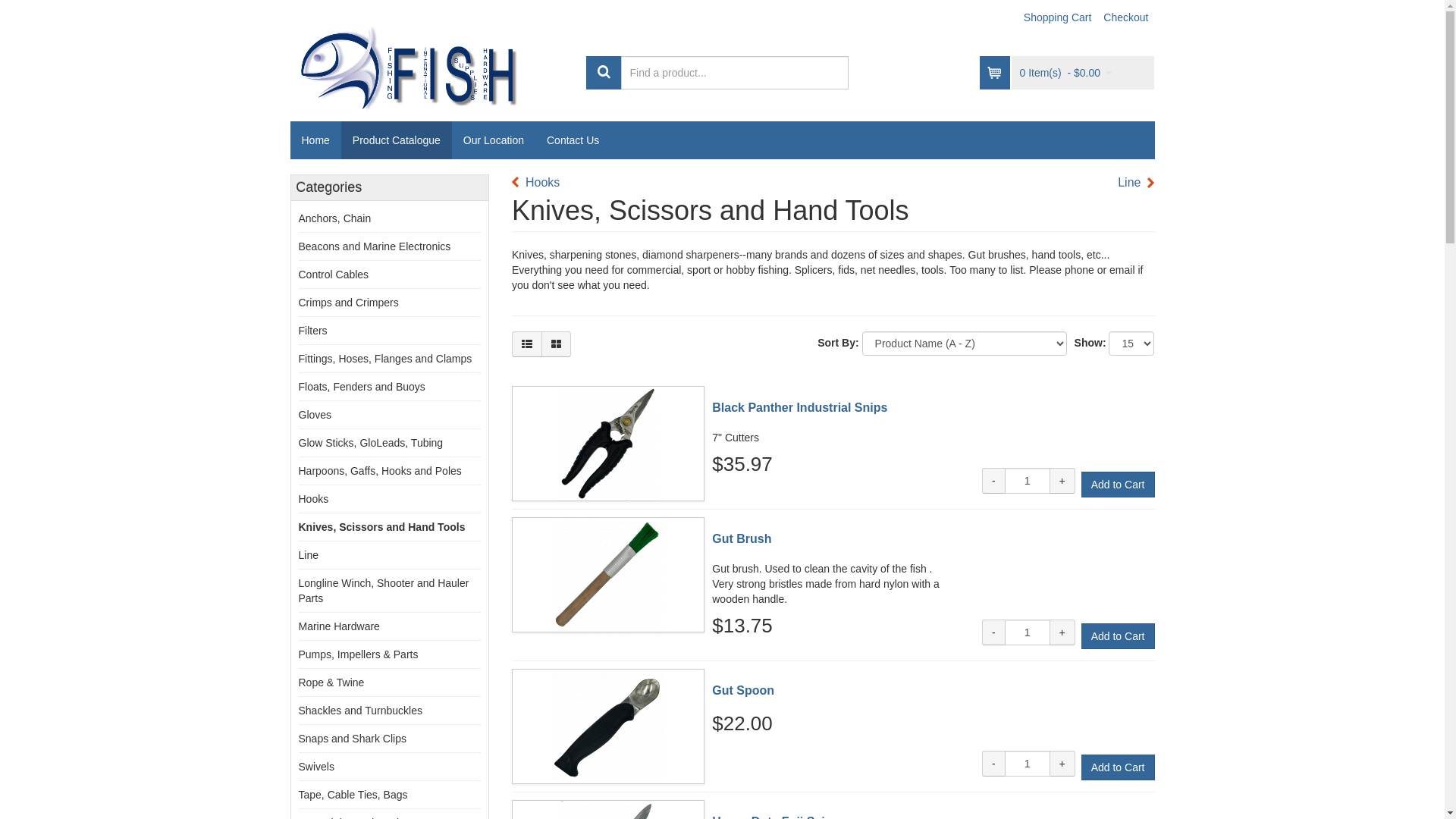  I want to click on 'Line', so click(1117, 182).